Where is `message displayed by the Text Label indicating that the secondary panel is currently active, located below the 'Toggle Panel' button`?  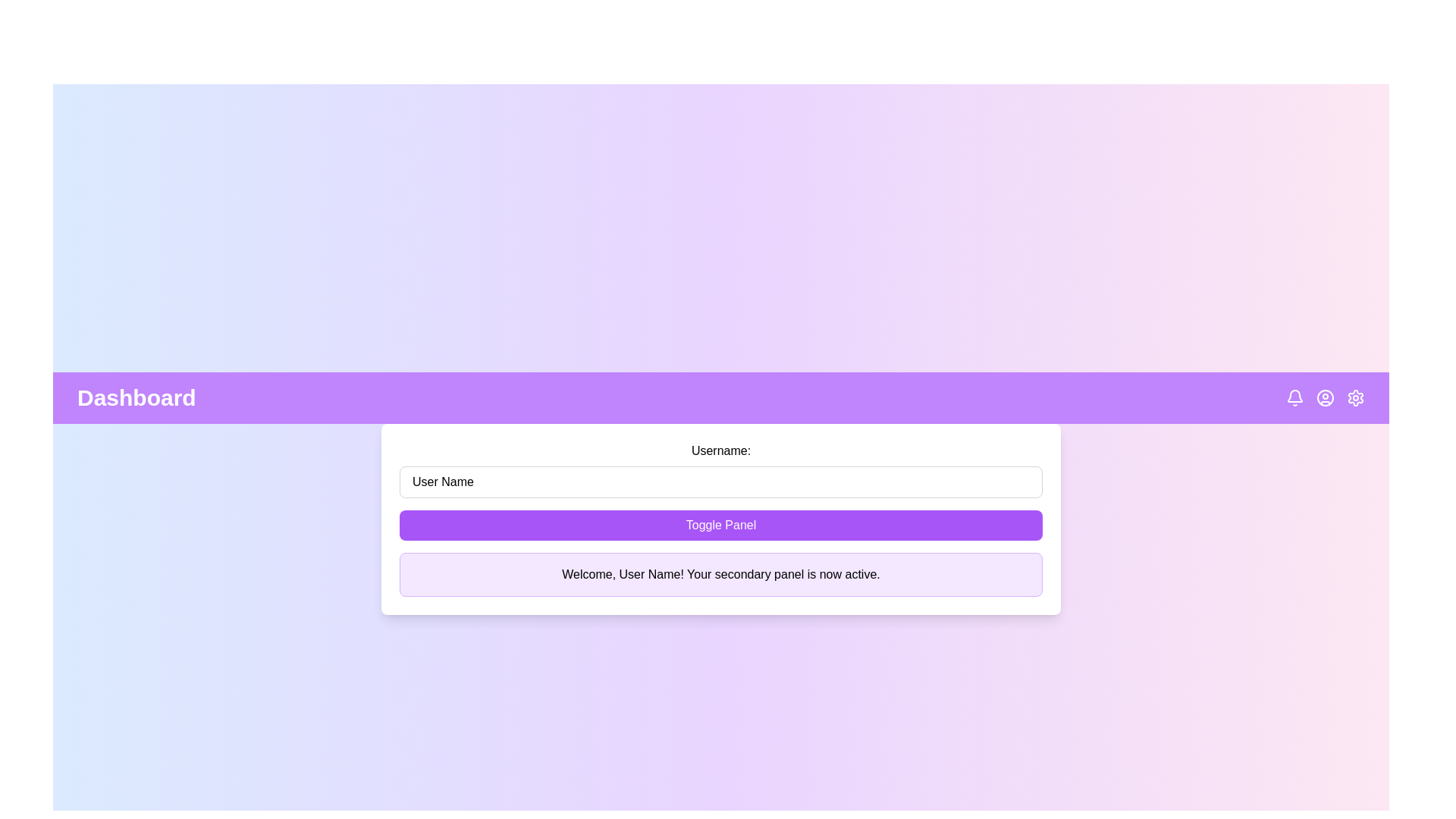
message displayed by the Text Label indicating that the secondary panel is currently active, located below the 'Toggle Panel' button is located at coordinates (720, 575).